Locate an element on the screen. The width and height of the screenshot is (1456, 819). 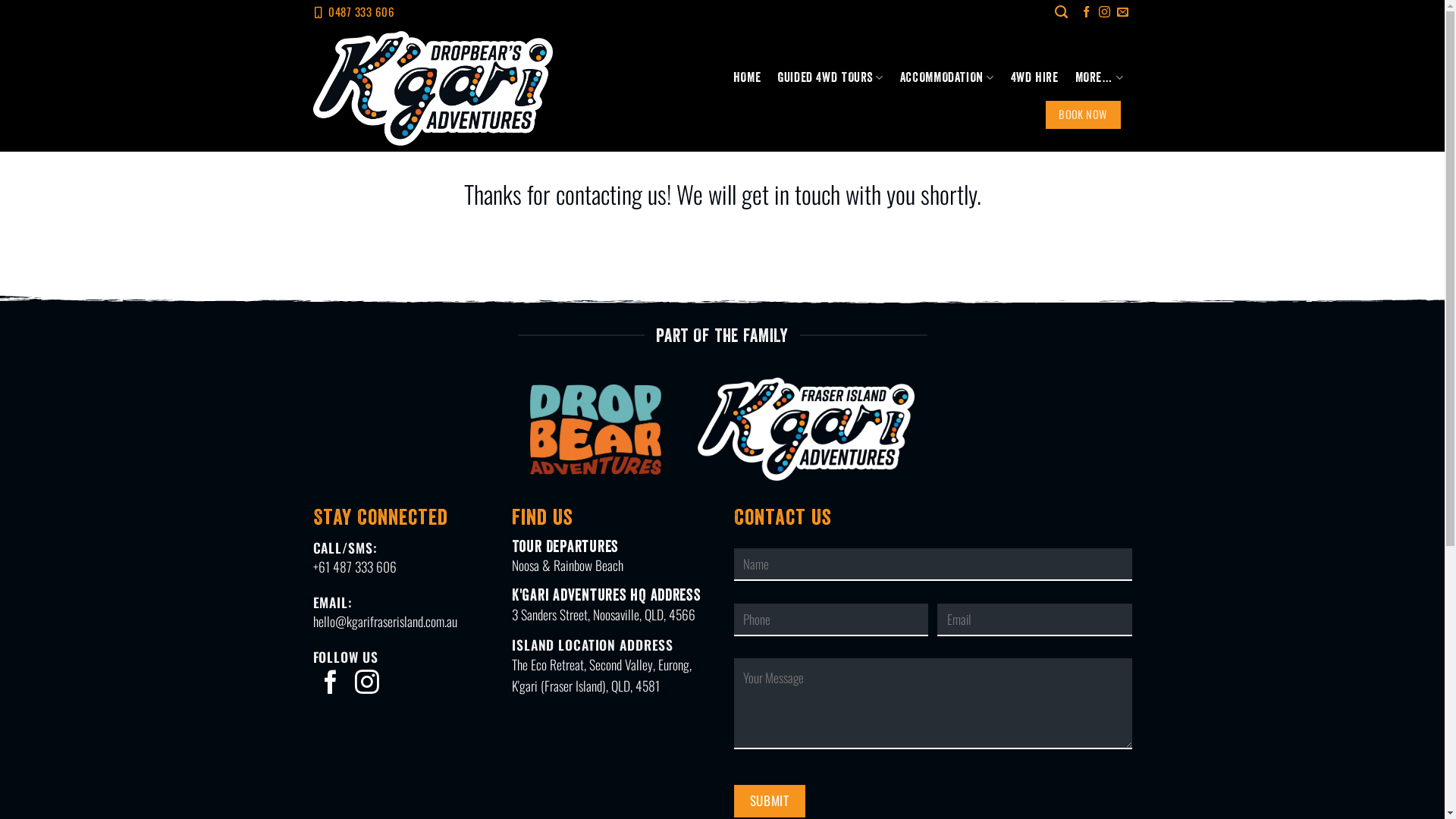
'Follow on Facebook' is located at coordinates (330, 684).